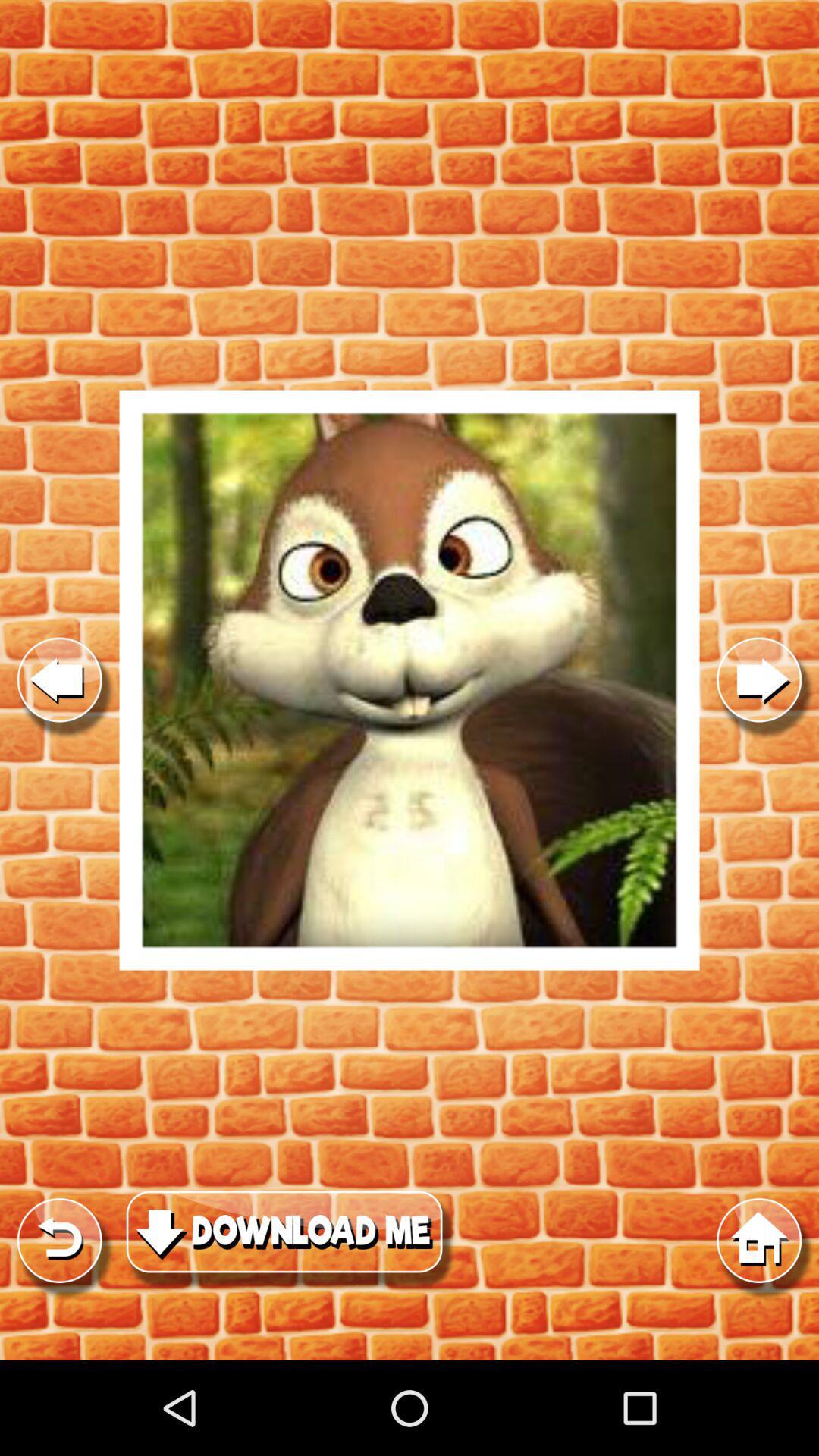 This screenshot has height=1456, width=819. Describe the element at coordinates (58, 1327) in the screenshot. I see `the undo icon` at that location.